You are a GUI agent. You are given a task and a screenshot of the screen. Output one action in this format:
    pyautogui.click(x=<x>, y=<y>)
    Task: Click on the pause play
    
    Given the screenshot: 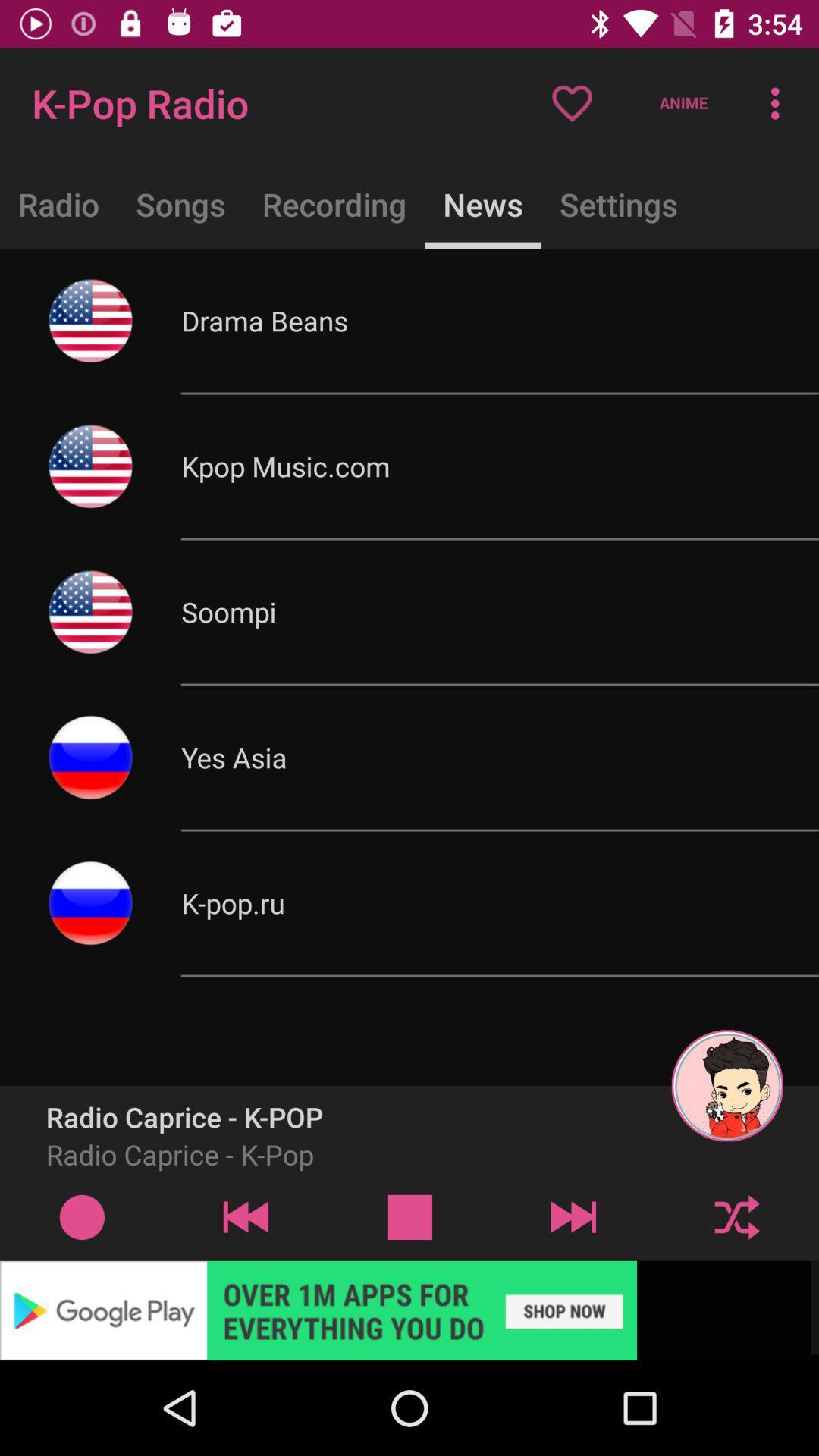 What is the action you would take?
    pyautogui.click(x=409, y=1216)
    